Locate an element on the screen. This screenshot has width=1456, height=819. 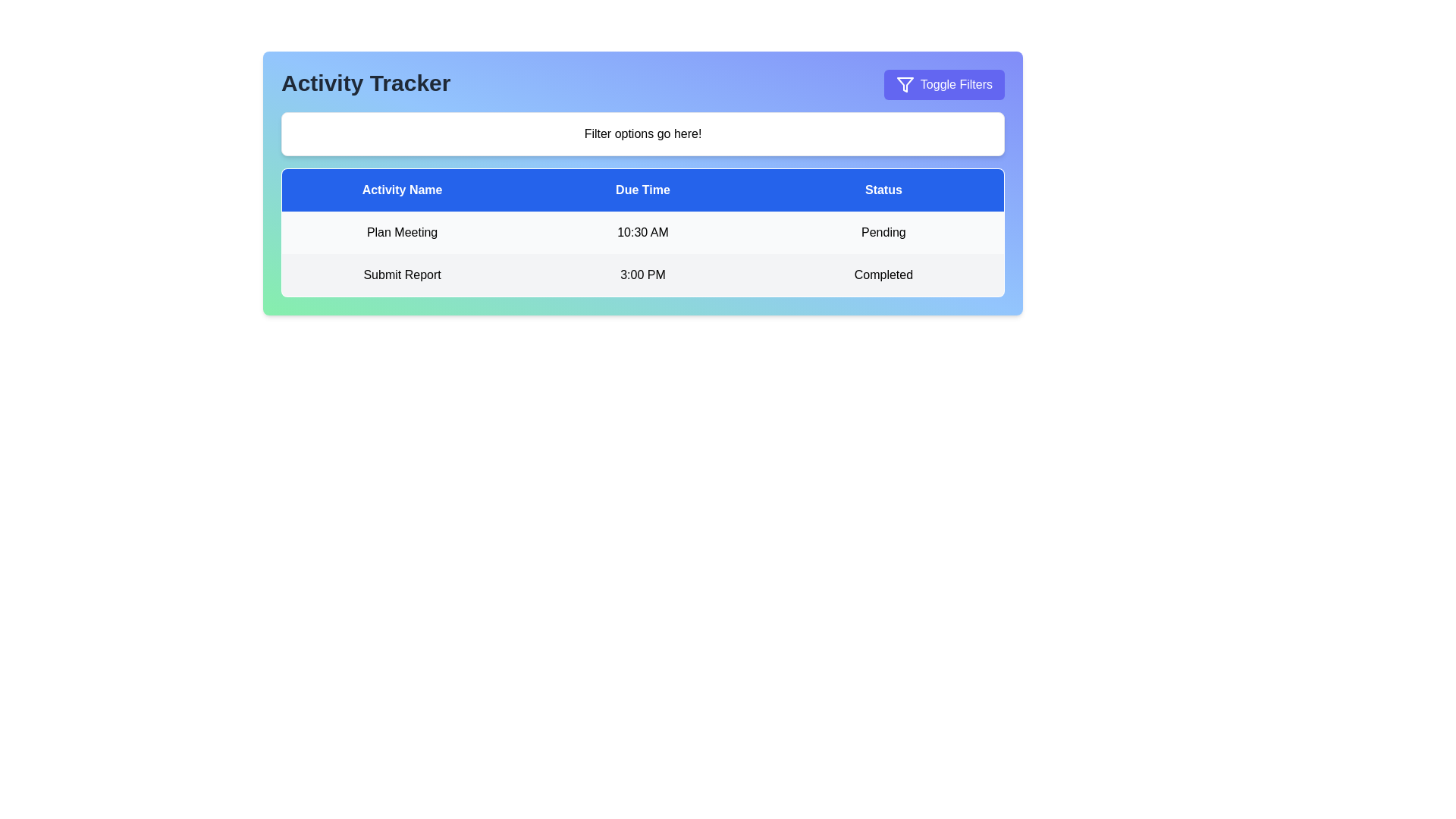
the first row of the task summary table containing the texts 'Plan Meeting', '10:30 AM', and 'Pending' is located at coordinates (643, 233).